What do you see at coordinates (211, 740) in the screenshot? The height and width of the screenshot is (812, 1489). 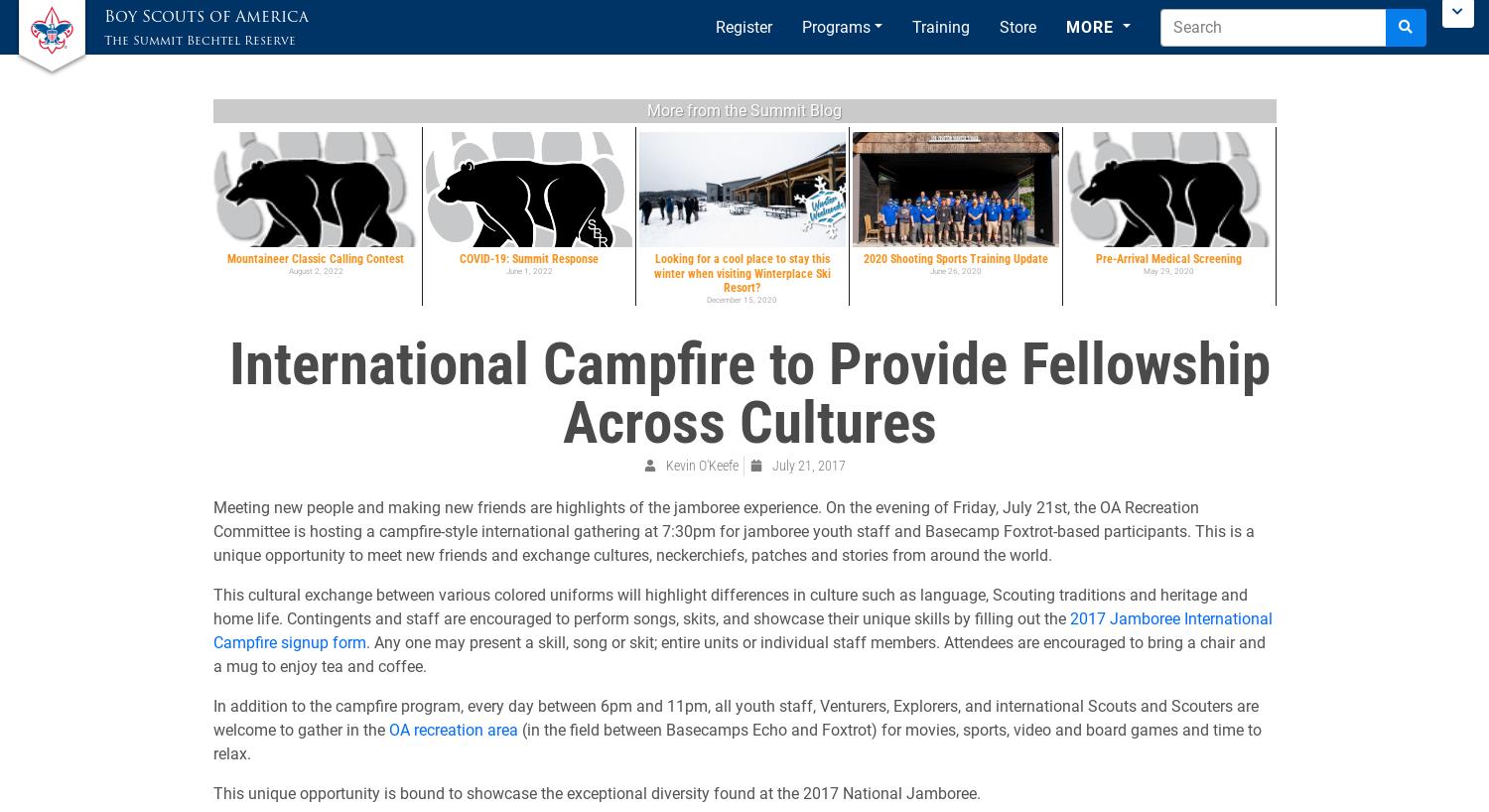 I see `'(in the field between Basecamps Echo and Foxtrot) for movies, sports, video and board games and time to relax.'` at bounding box center [211, 740].